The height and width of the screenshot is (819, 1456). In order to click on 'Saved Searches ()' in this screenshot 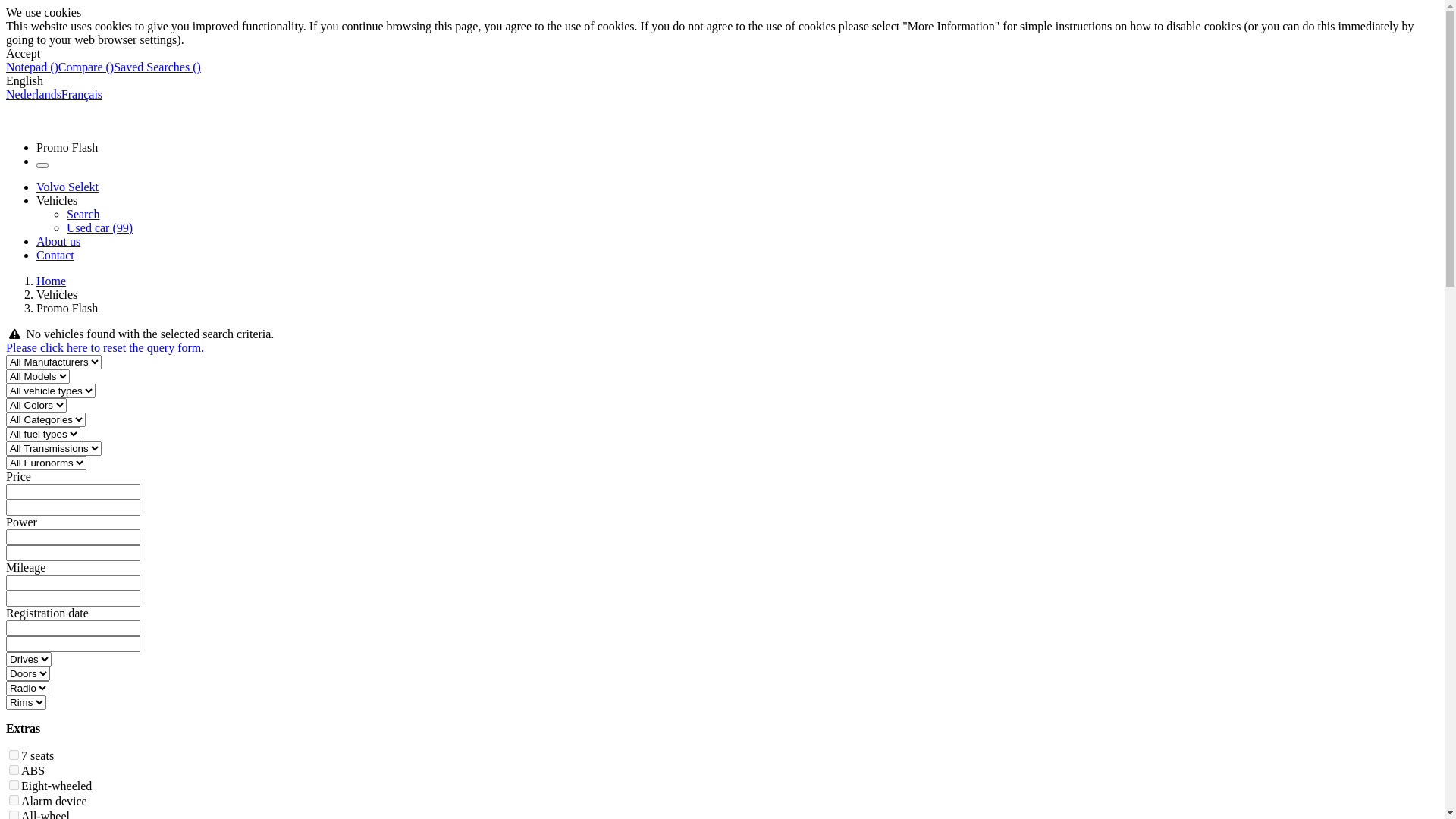, I will do `click(157, 66)`.